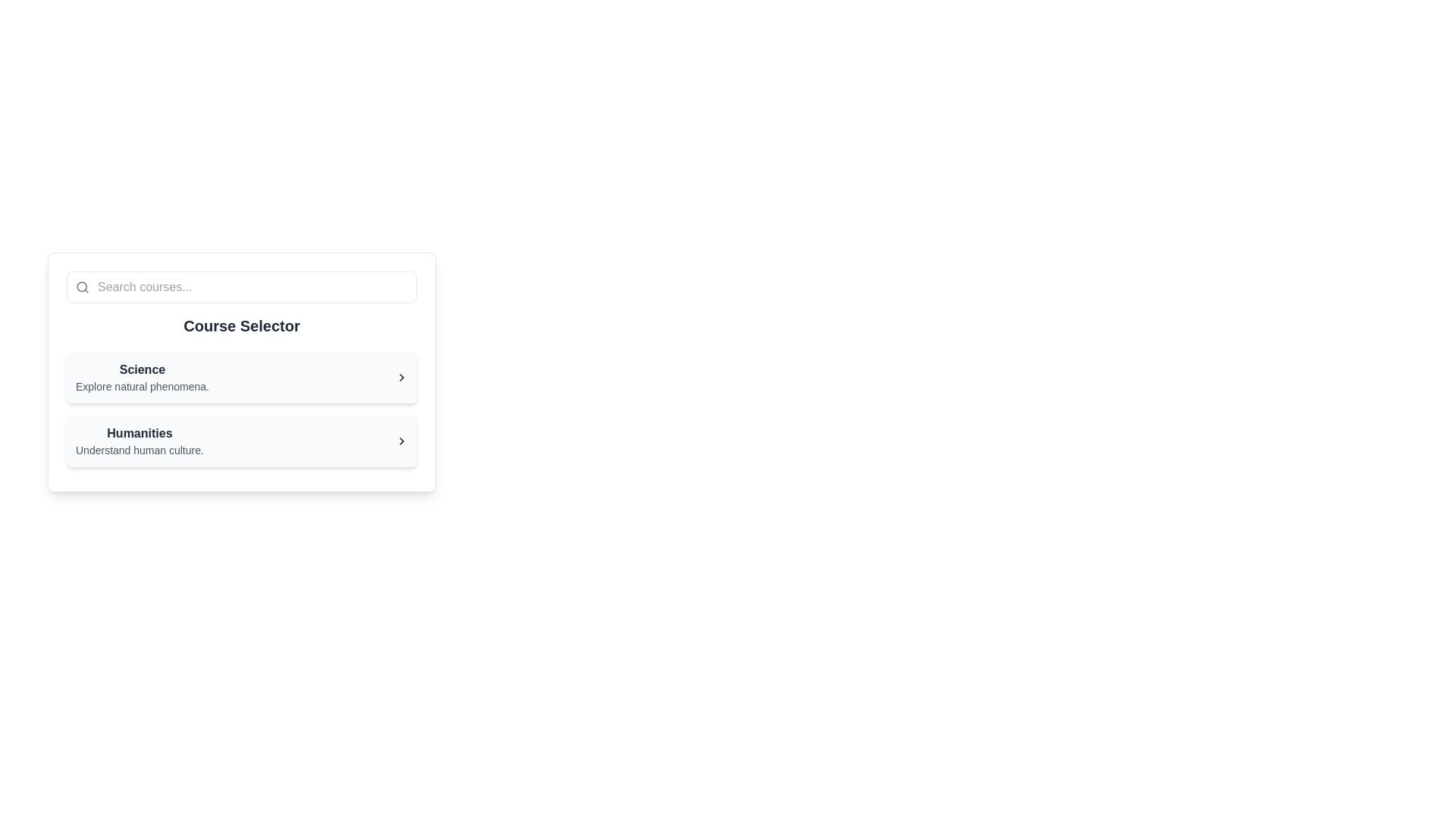  I want to click on the 'Humanities' selectable list item card, which is the second card in the 'Course Selector' stacked list, so click(240, 441).